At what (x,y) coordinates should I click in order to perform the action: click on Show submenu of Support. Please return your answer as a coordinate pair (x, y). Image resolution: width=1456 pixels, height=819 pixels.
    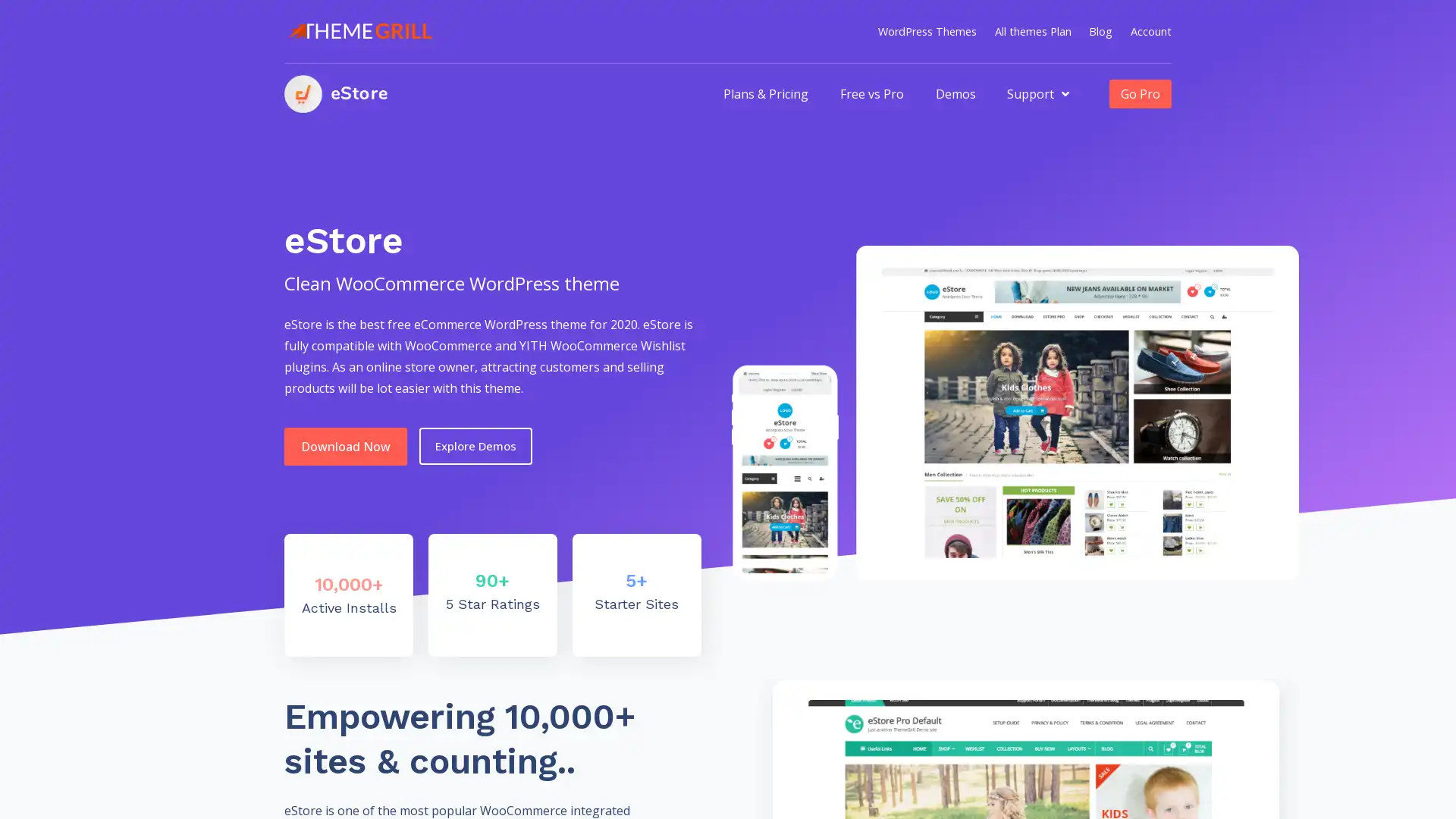
    Looking at the image, I should click on (1065, 93).